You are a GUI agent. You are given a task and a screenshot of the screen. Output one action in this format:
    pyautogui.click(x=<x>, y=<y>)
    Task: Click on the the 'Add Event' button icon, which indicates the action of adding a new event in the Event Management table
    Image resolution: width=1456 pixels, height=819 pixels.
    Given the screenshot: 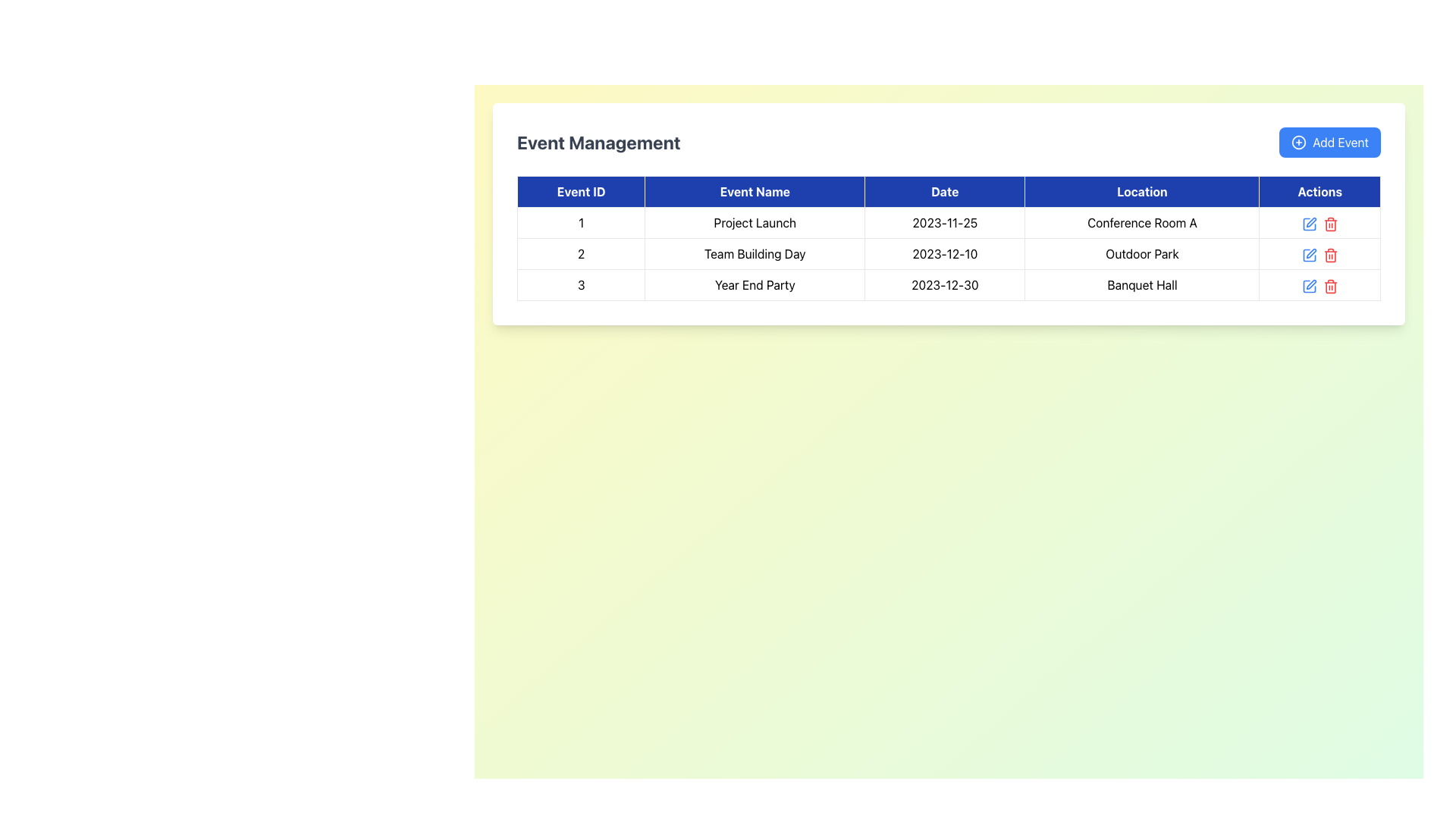 What is the action you would take?
    pyautogui.click(x=1298, y=143)
    